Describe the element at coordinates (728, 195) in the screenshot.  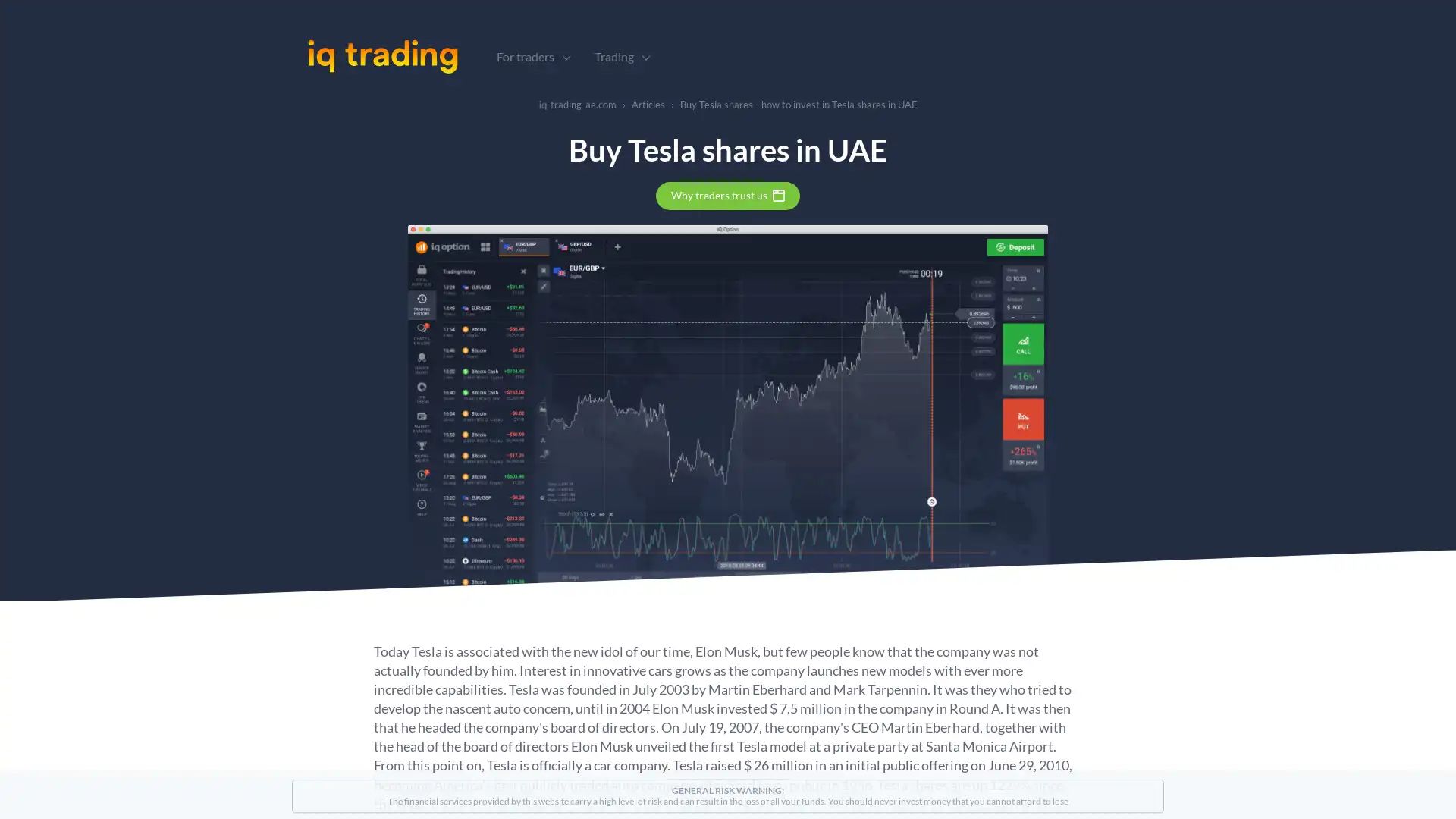
I see `Why traders trust us` at that location.